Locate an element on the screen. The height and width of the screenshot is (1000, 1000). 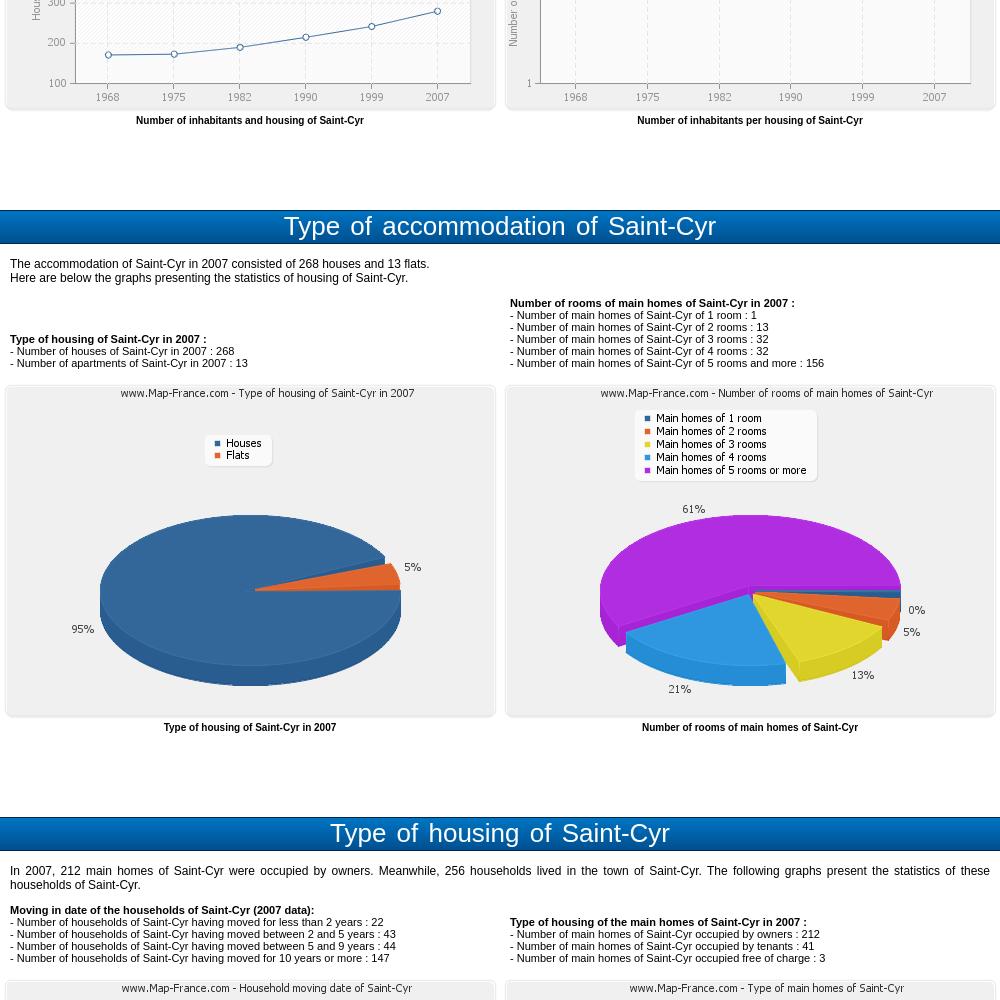
'- Number of apartments of Saint-Cyr in 2007 : 13' is located at coordinates (128, 362).